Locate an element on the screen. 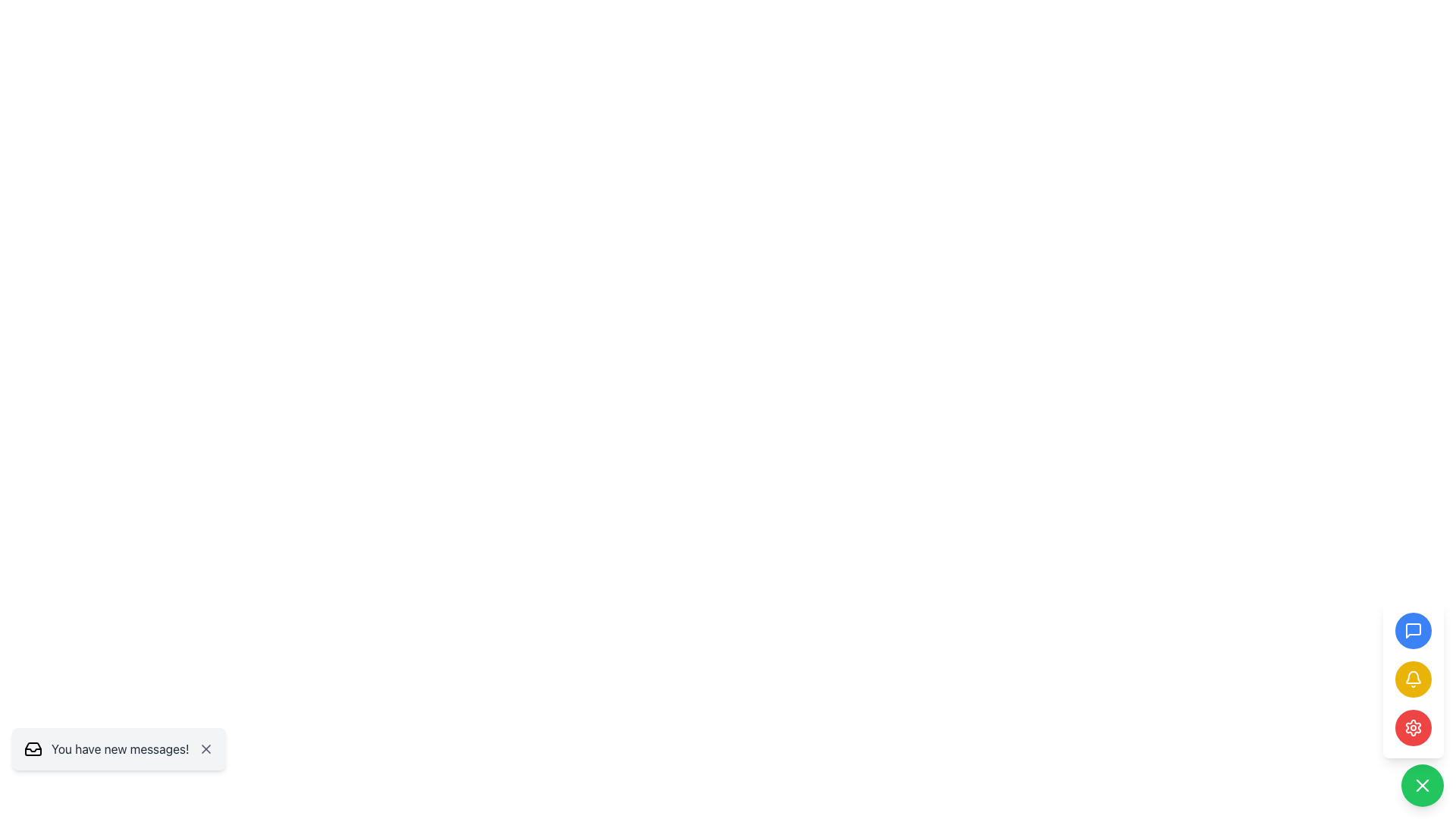 The image size is (1456, 819). the gear-shaped icon button with a red circular background on the right edge of the interface is located at coordinates (1412, 727).